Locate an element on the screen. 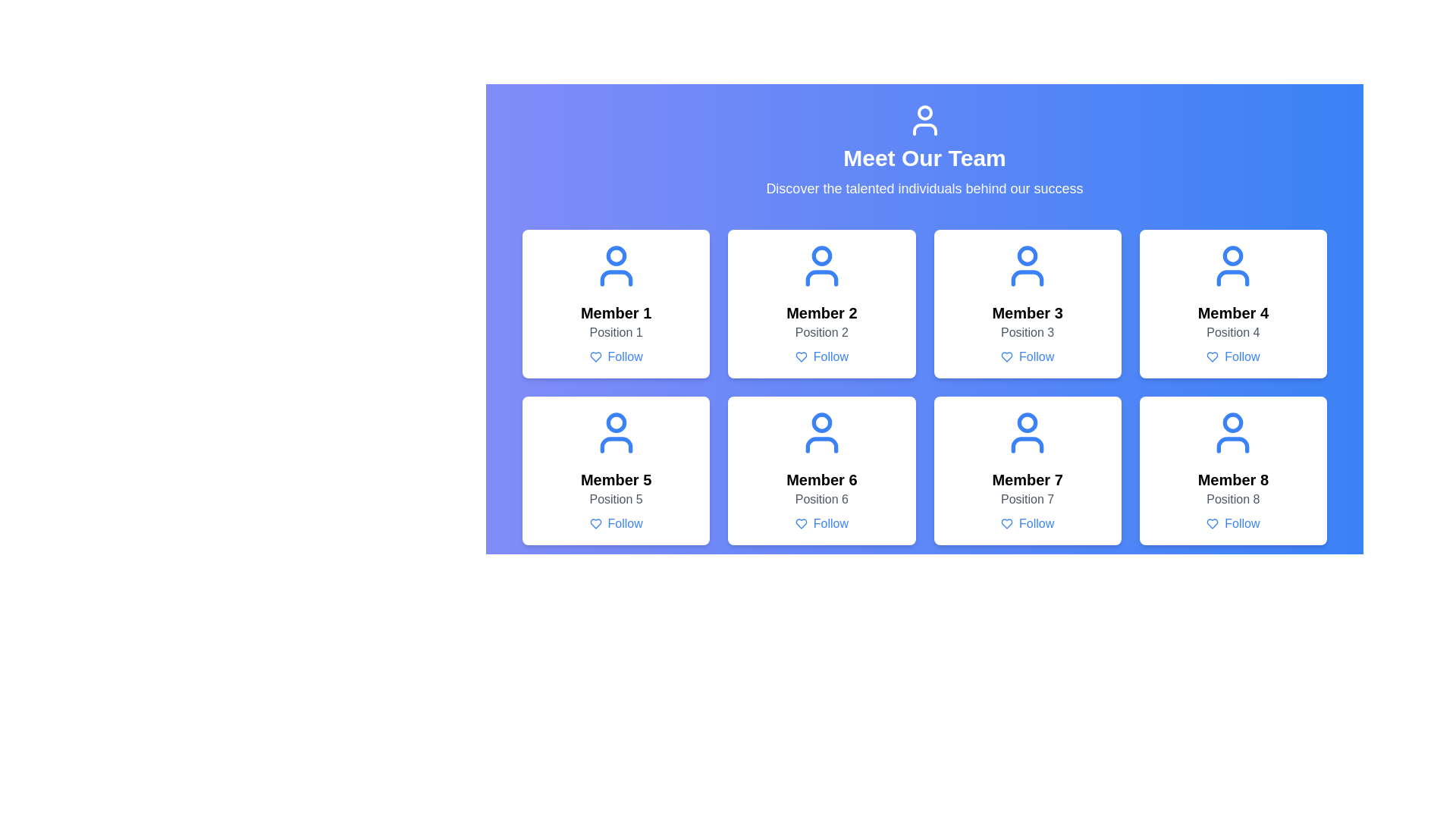 The image size is (1456, 819). the SVG graphical component representing the user icon for 'Member 7' in the 'Meet Our Team' section, located in the seventh box of a 2x4 grid layout is located at coordinates (1028, 422).